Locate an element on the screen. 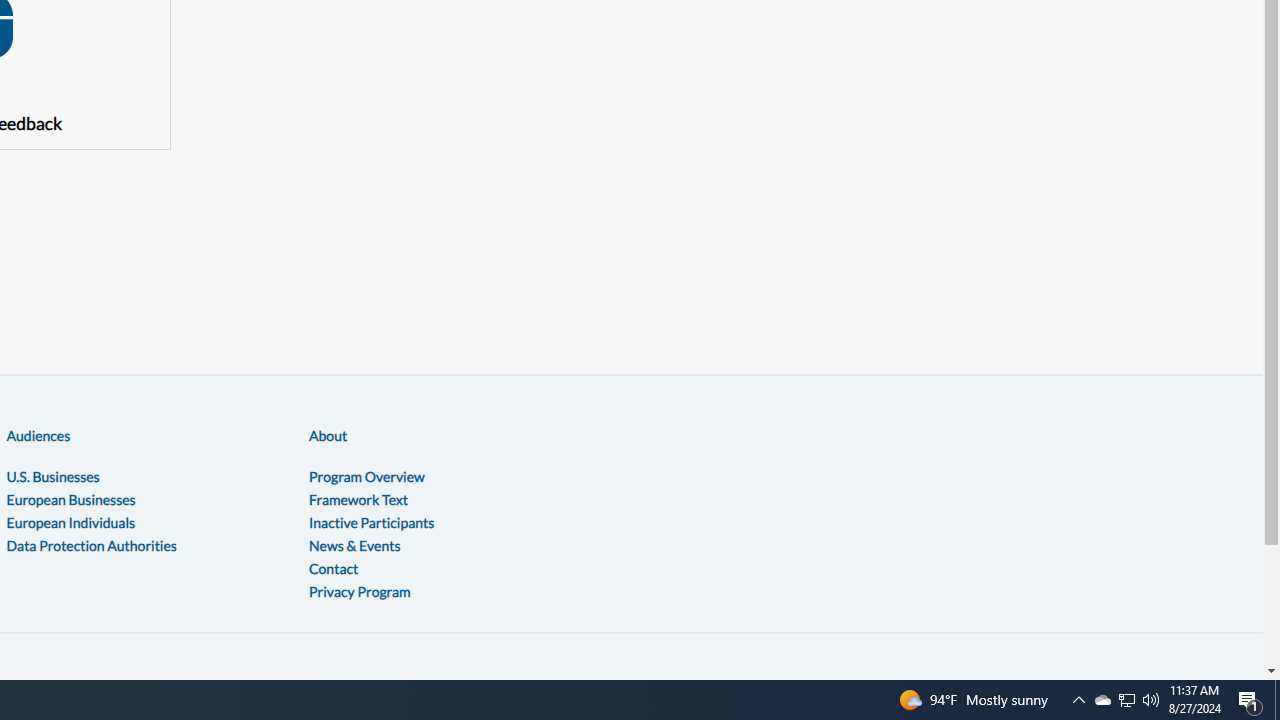  'Inactive Participants' is located at coordinates (371, 521).